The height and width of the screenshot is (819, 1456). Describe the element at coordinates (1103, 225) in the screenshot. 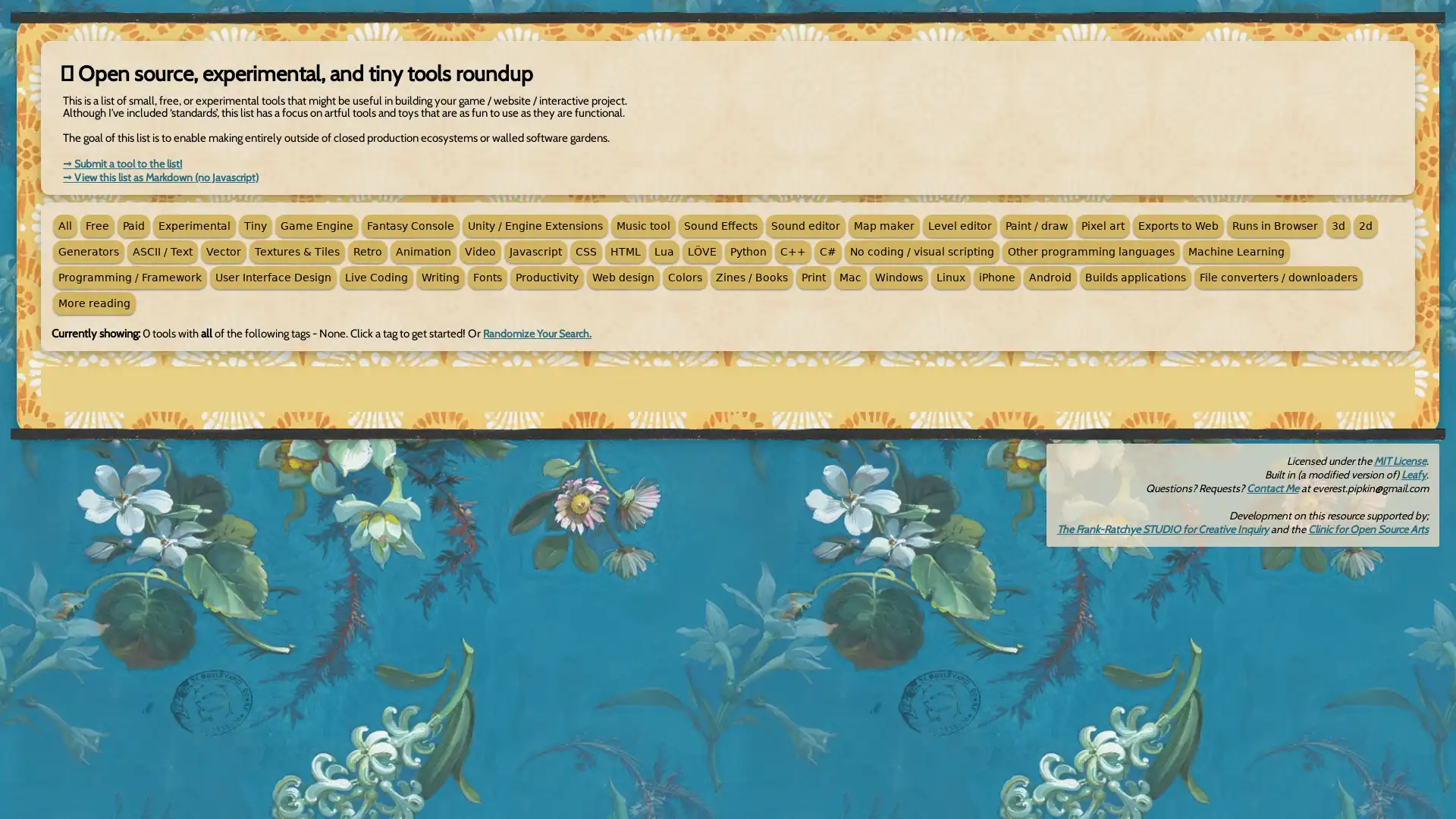

I see `Pixel art` at that location.